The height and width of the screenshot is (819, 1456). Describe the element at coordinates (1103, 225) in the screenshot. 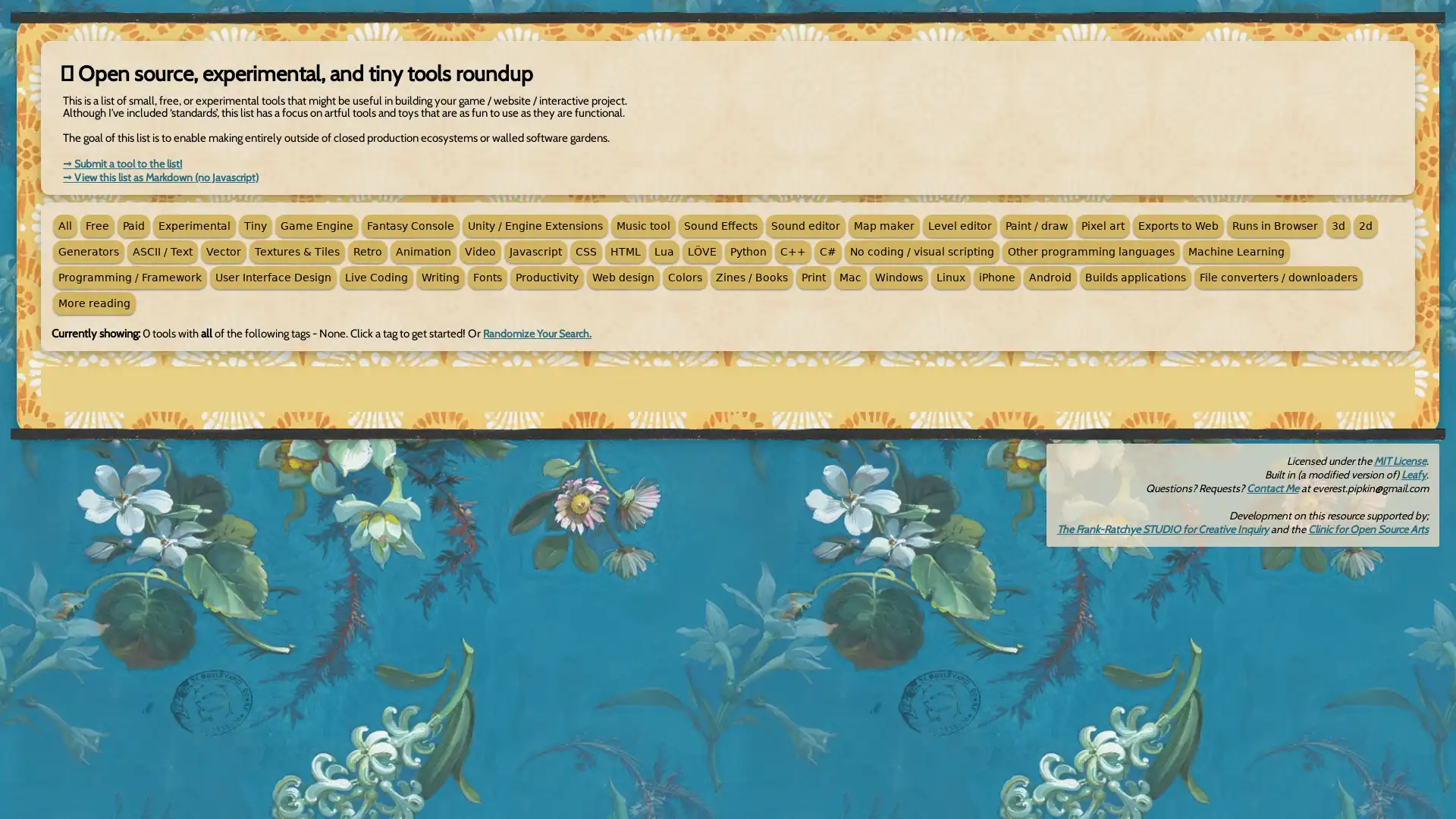

I see `Pixel art` at that location.